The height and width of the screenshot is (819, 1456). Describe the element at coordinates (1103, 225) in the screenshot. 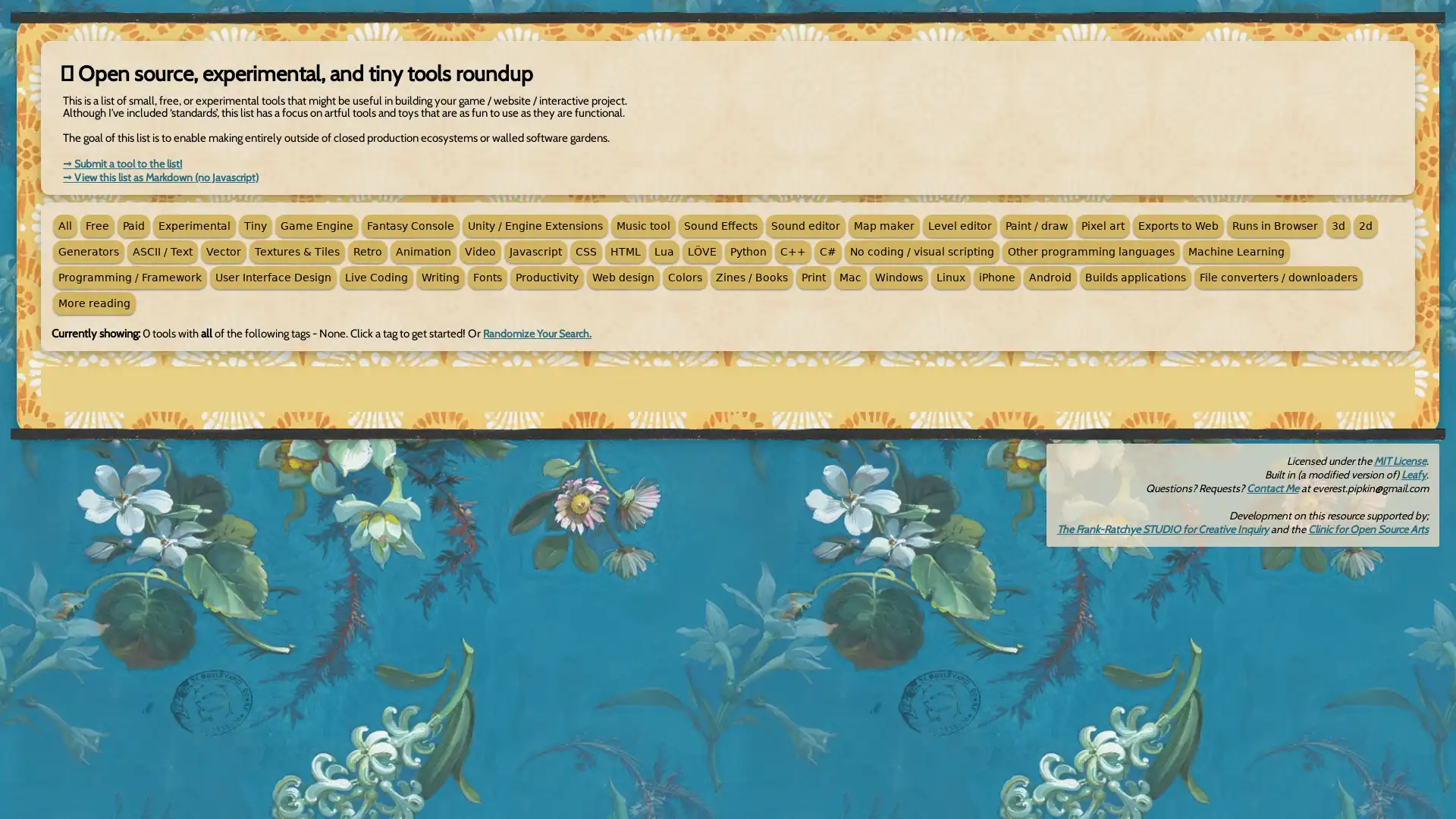

I see `Pixel art` at that location.